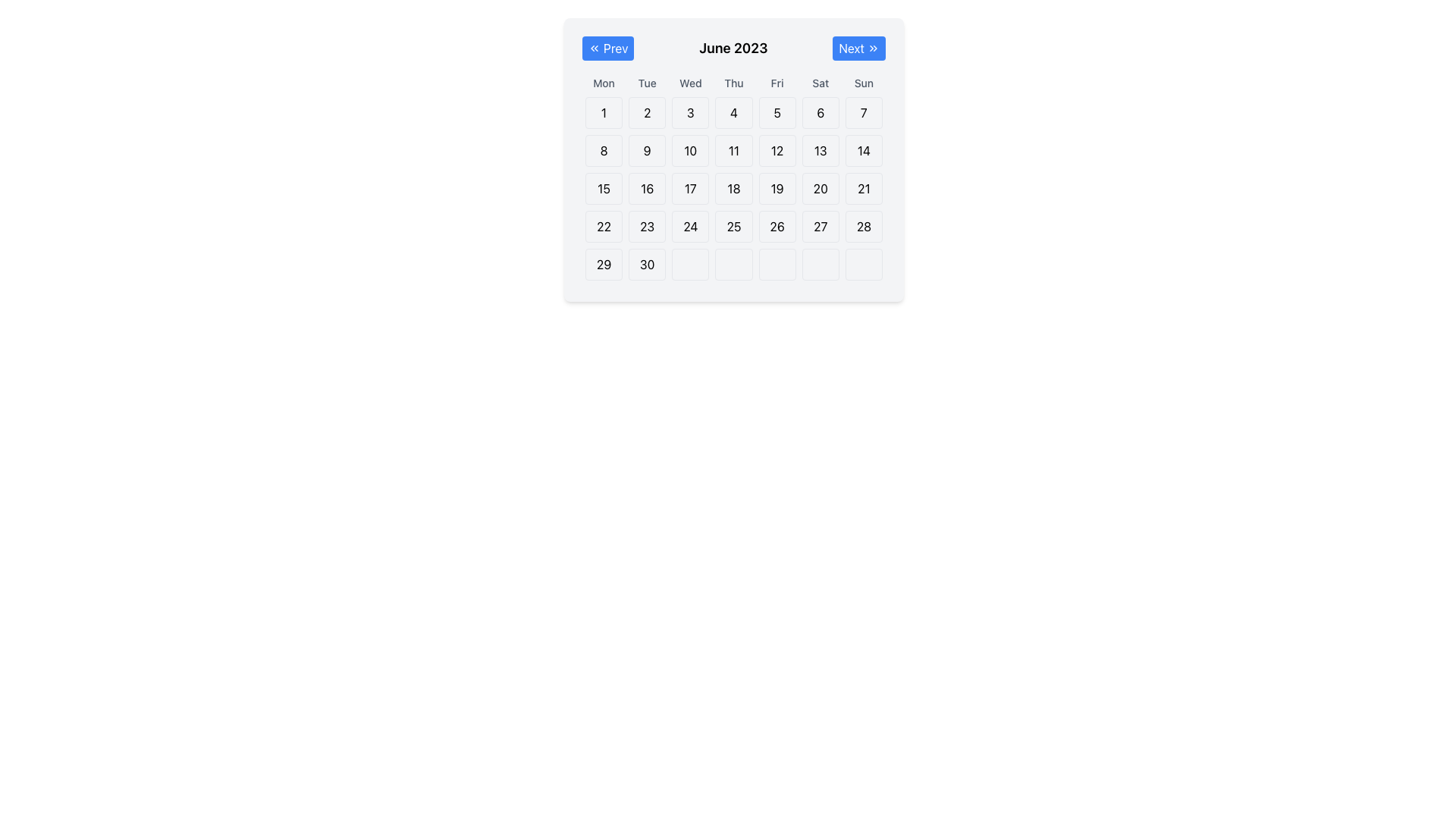  What do you see at coordinates (734, 263) in the screenshot?
I see `the grid row element of the calendar containing the dates '29' and '30'` at bounding box center [734, 263].